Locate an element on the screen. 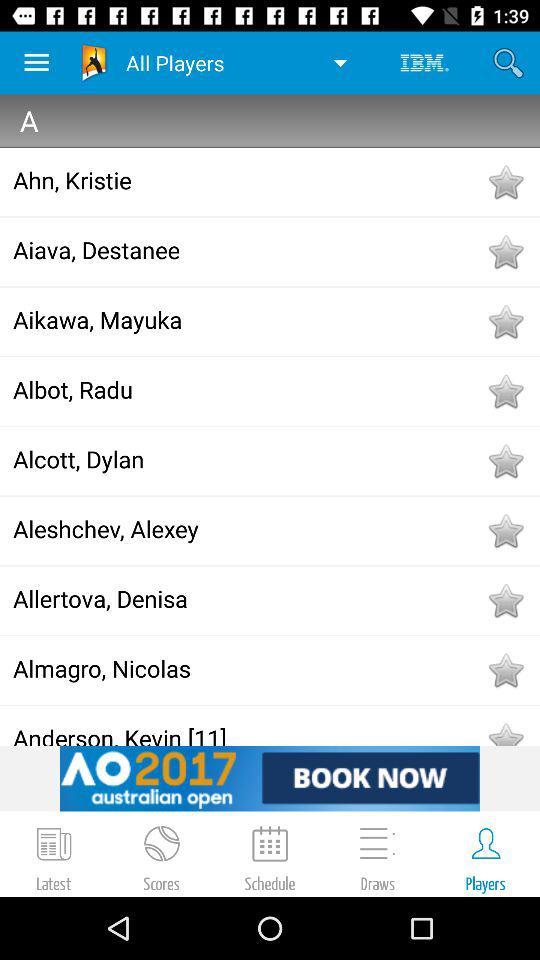 Image resolution: width=540 pixels, height=960 pixels. to favorites is located at coordinates (504, 600).